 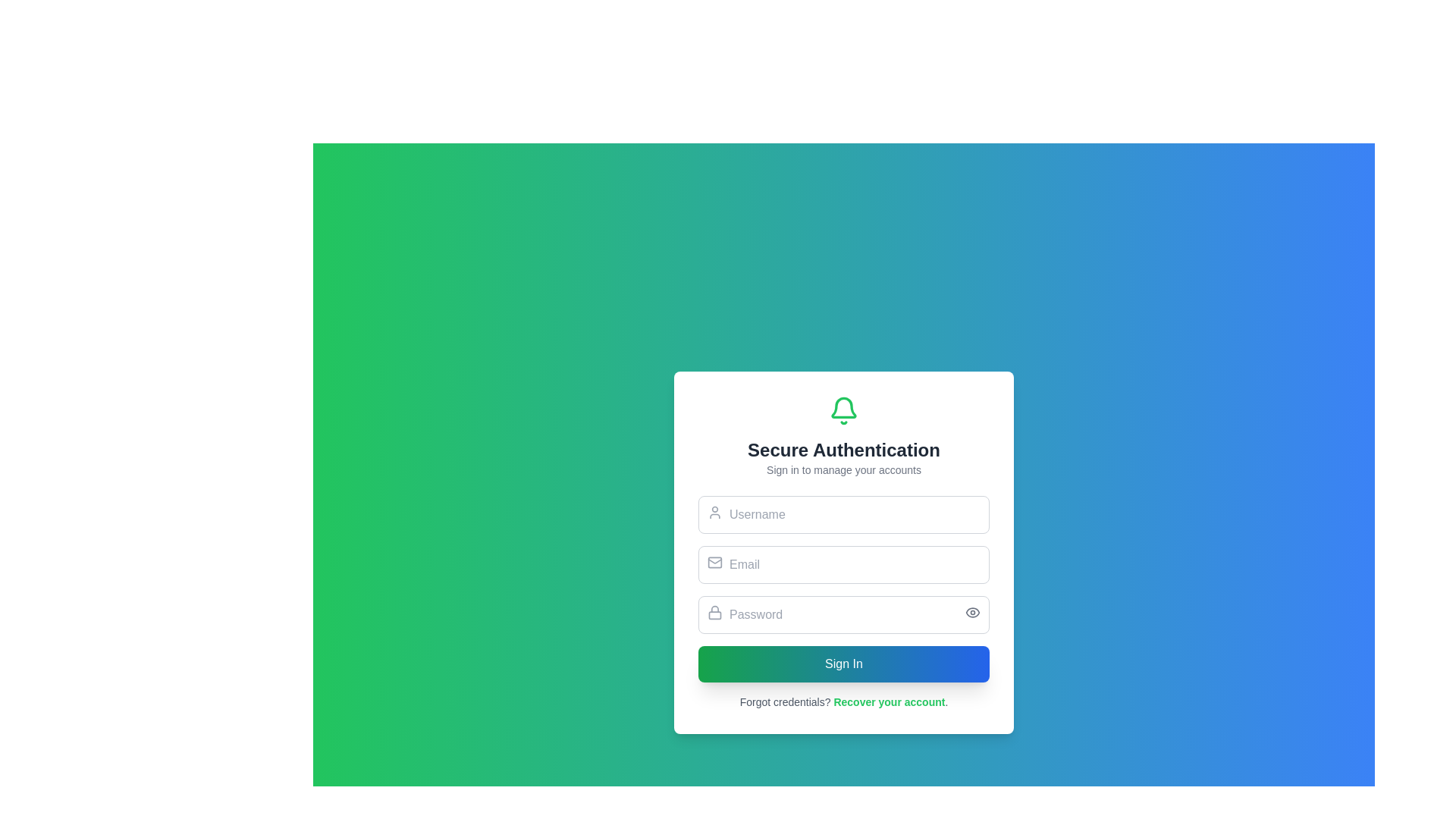 What do you see at coordinates (843, 701) in the screenshot?
I see `the link styled with gray text 'Forgot credentials?' and green bold text 'Recover your account.' located at the bottom of the centered form interface` at bounding box center [843, 701].